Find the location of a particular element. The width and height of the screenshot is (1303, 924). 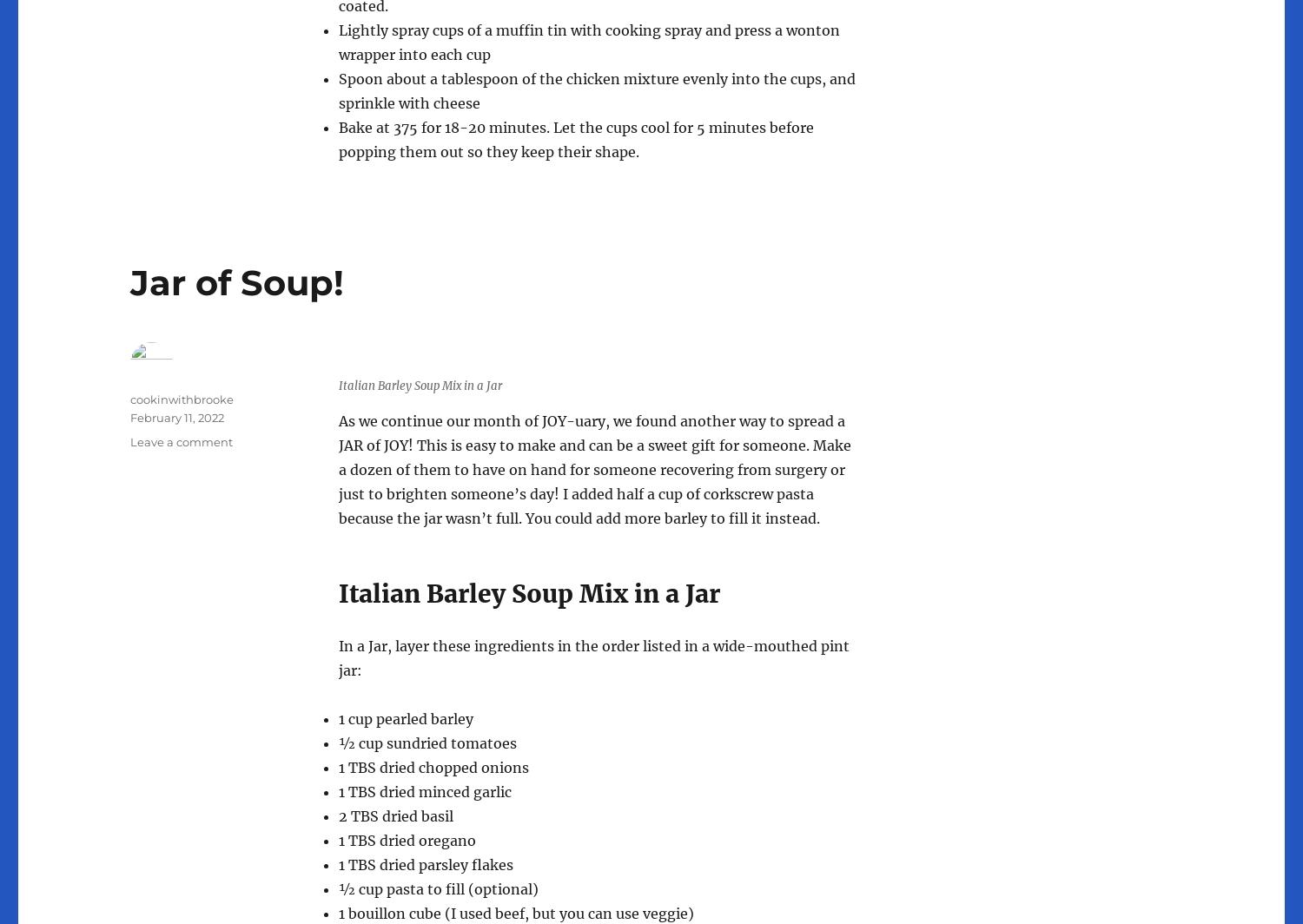

'cookinwithbrooke' is located at coordinates (181, 399).